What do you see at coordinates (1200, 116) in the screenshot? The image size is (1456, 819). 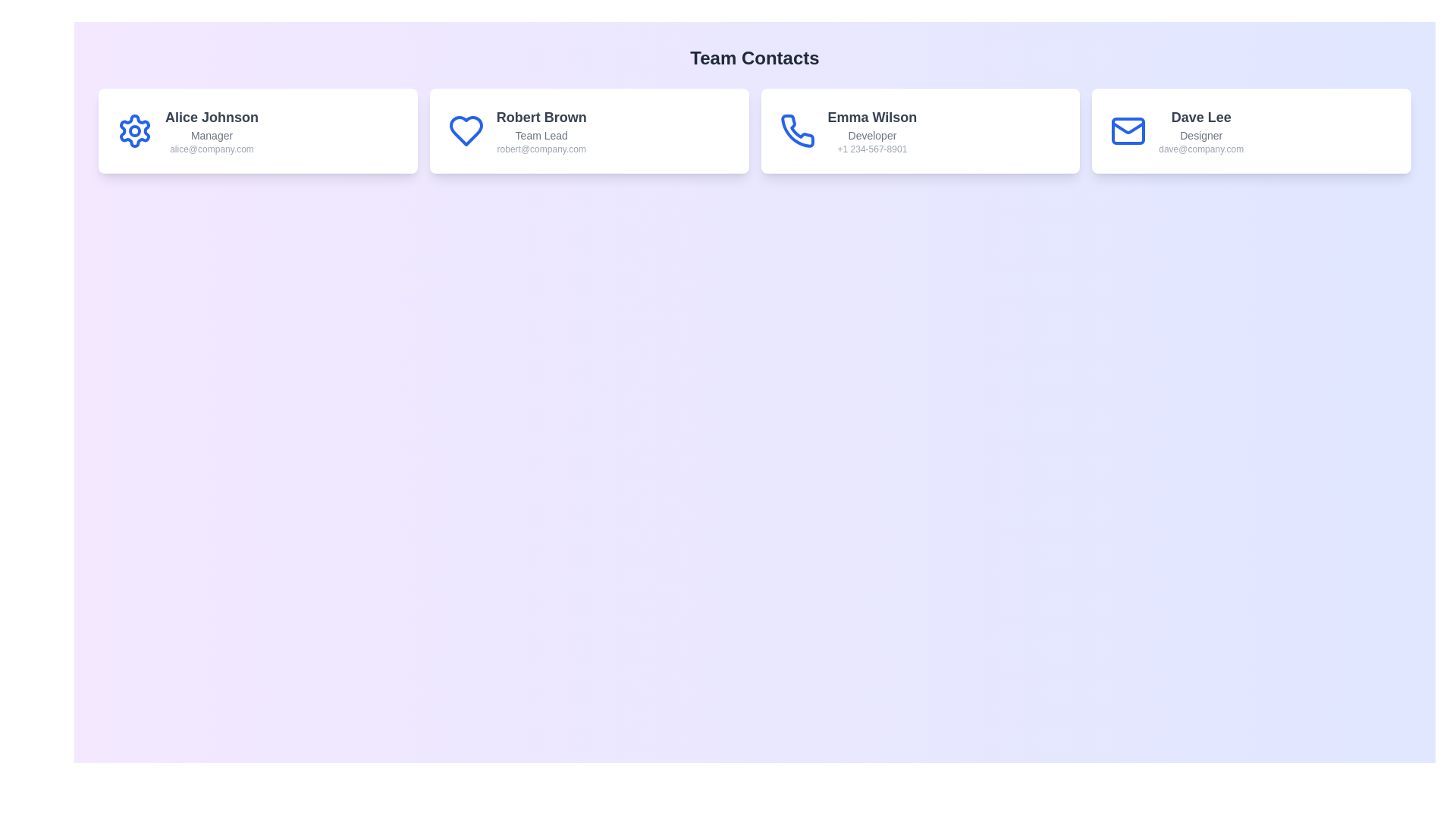 I see `the 'Dave Lee' text label, which is styled with a large, bold font in gray color, located at the top of the rightmost profile card, adjacent to an envelope icon and above the title 'Designer'` at bounding box center [1200, 116].